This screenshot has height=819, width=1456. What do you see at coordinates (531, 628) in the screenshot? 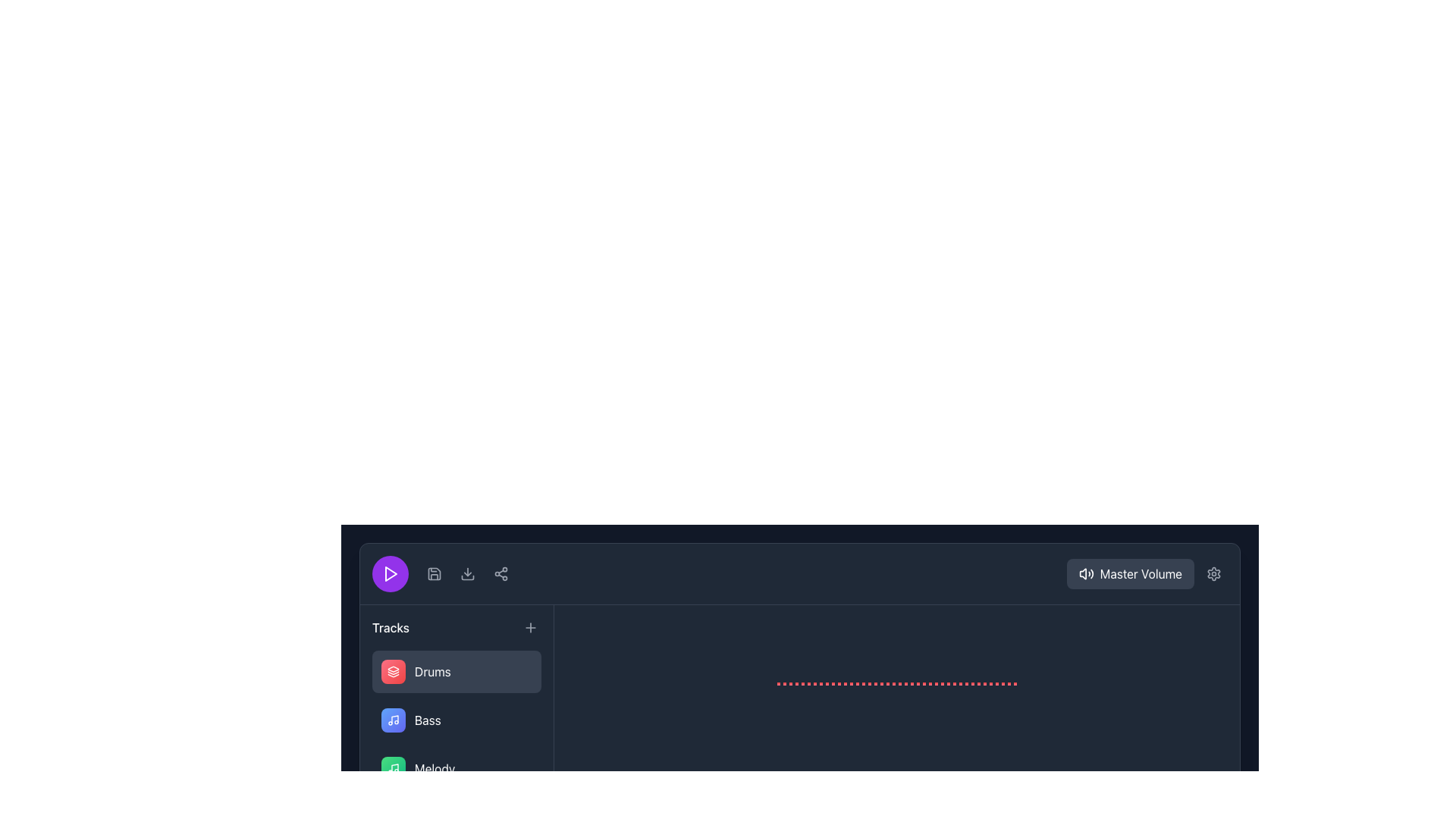
I see `the gray plus sign icon button located in the upper-right corner of the 'Tracks' section` at bounding box center [531, 628].